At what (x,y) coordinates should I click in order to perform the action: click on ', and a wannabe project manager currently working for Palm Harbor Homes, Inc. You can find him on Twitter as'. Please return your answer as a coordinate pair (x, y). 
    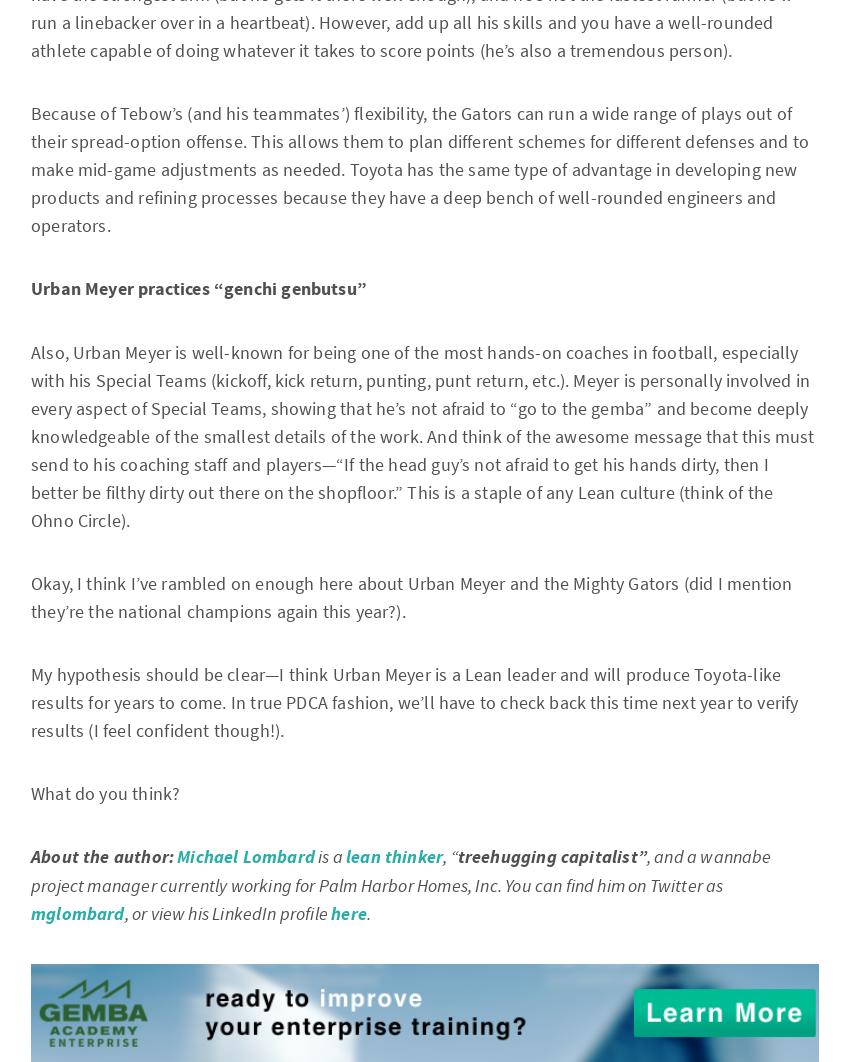
    Looking at the image, I should click on (30, 870).